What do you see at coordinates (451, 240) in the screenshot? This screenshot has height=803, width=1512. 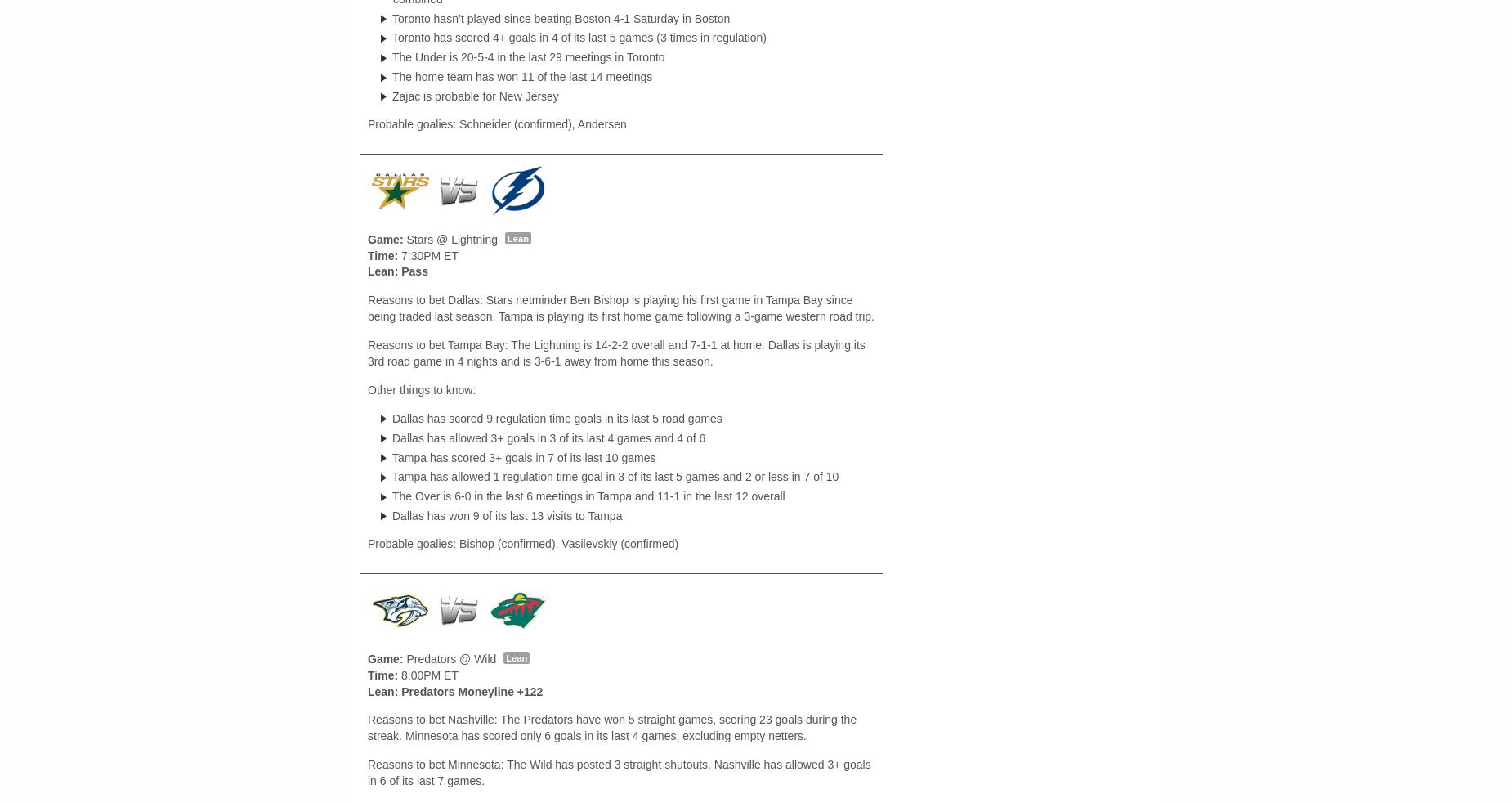 I see `'Stars @ Lightning'` at bounding box center [451, 240].